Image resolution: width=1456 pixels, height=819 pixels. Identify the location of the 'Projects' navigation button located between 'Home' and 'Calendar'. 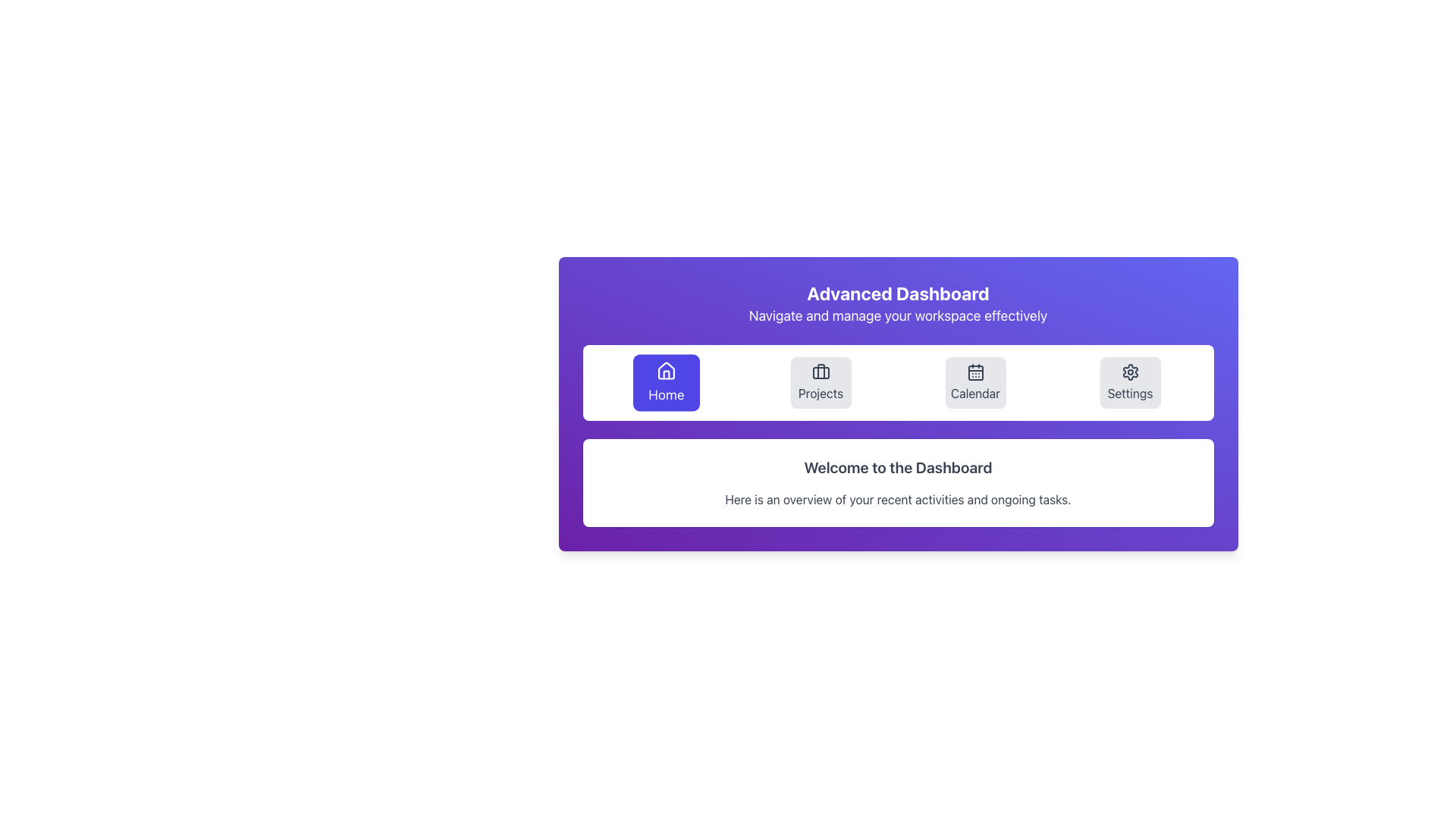
(820, 382).